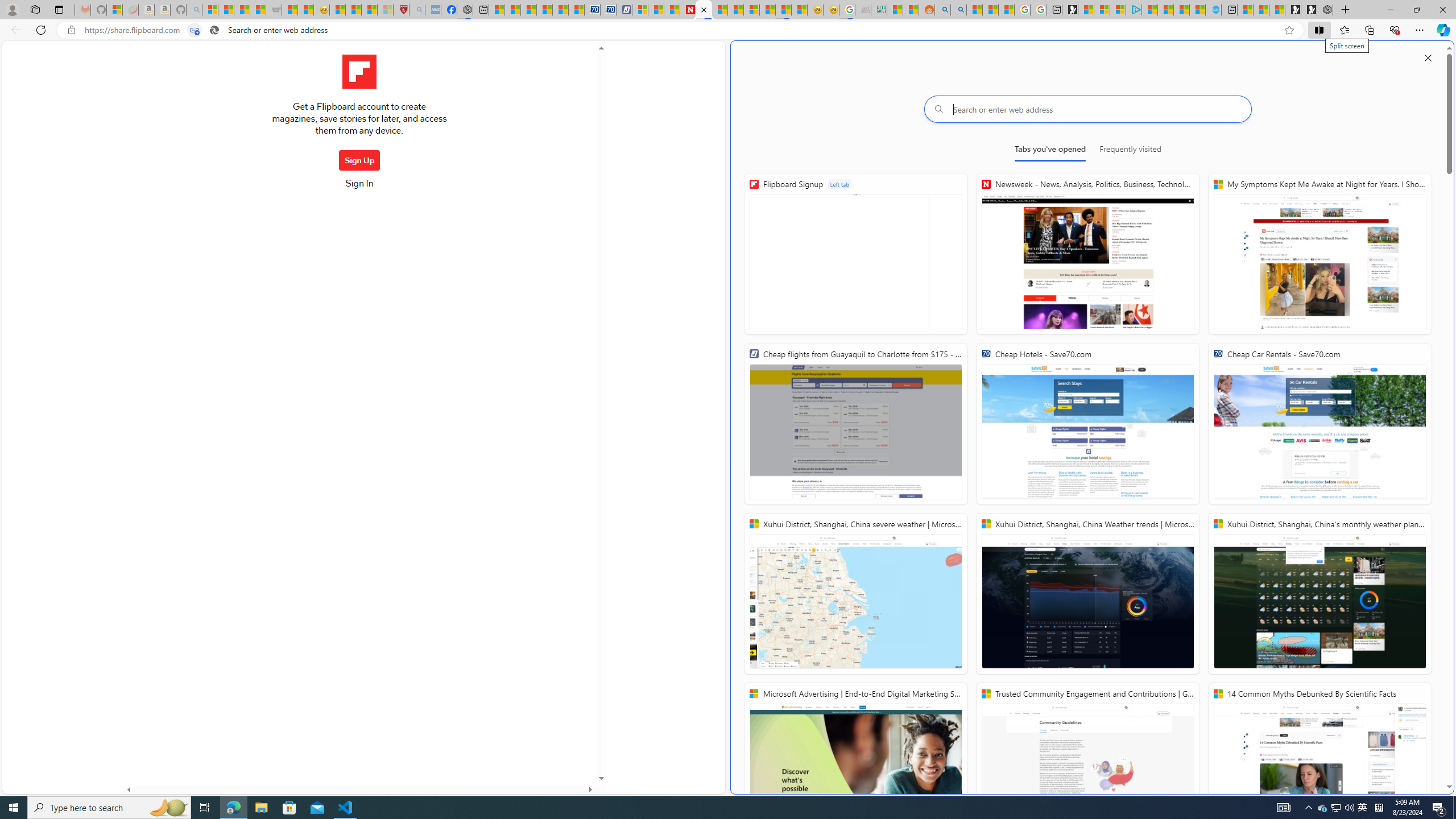  What do you see at coordinates (1319, 763) in the screenshot?
I see `'14 Common Myths Debunked By Scientific Facts'` at bounding box center [1319, 763].